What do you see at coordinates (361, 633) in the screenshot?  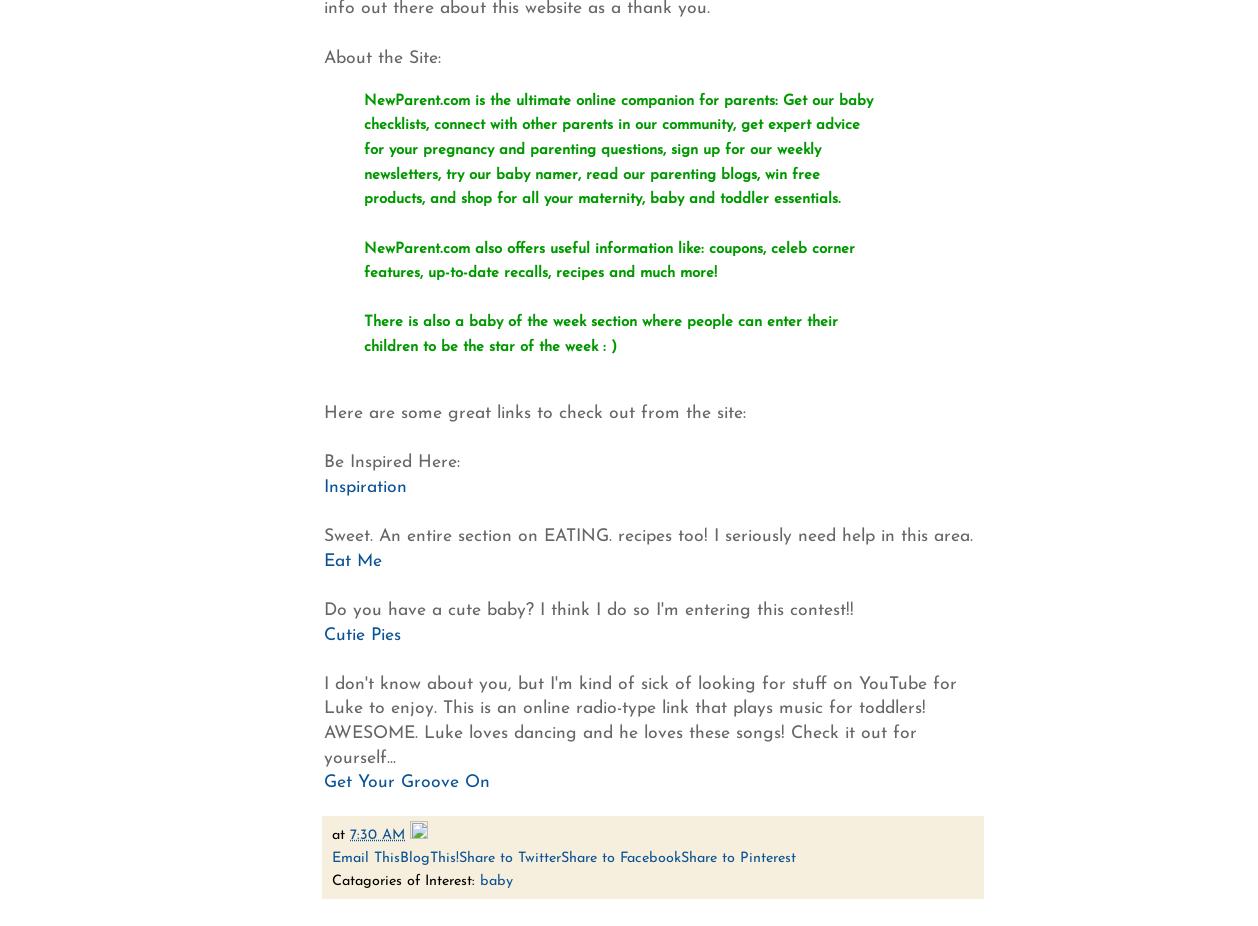 I see `'Cutie Pies'` at bounding box center [361, 633].